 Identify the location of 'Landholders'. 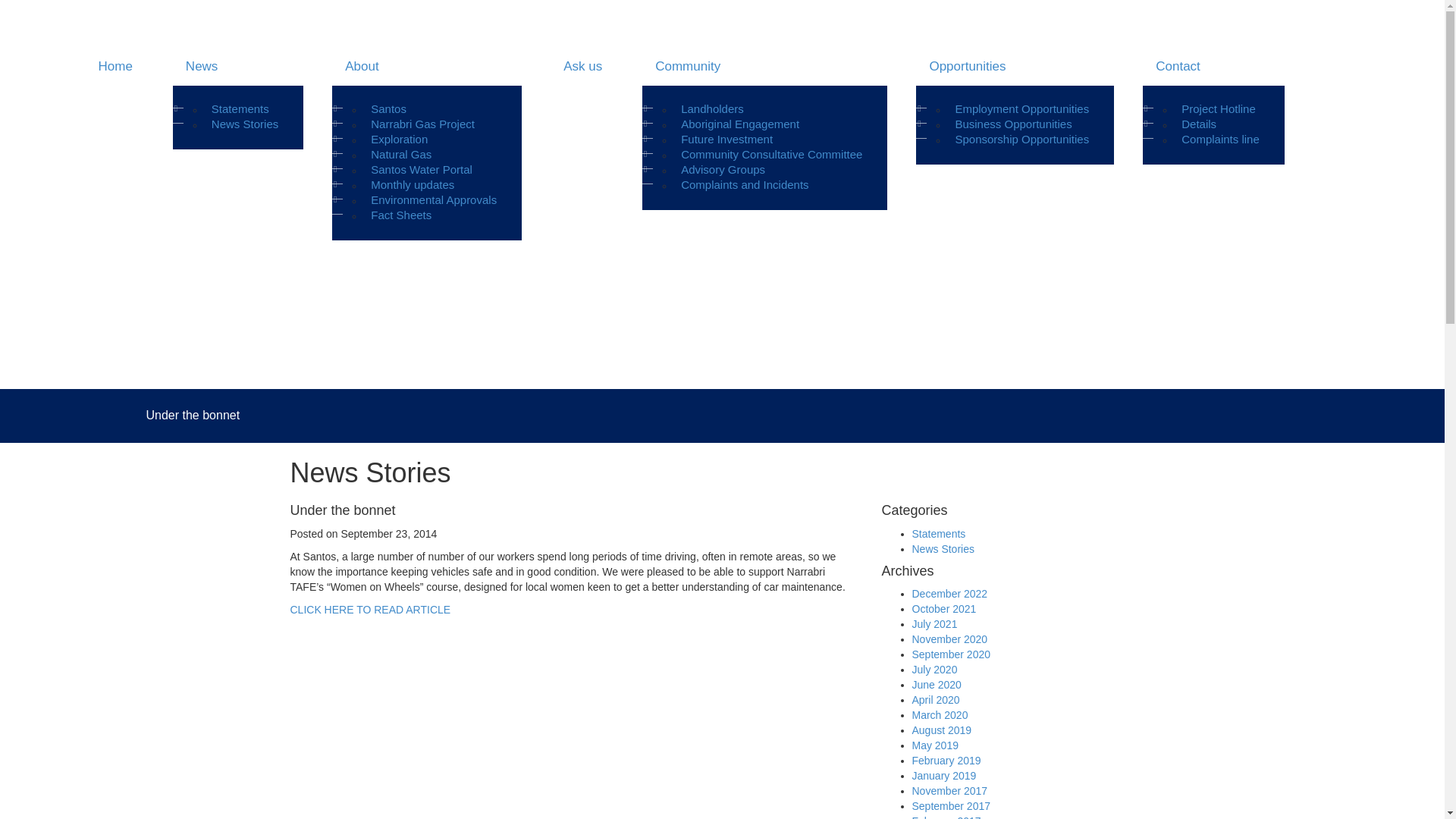
(673, 108).